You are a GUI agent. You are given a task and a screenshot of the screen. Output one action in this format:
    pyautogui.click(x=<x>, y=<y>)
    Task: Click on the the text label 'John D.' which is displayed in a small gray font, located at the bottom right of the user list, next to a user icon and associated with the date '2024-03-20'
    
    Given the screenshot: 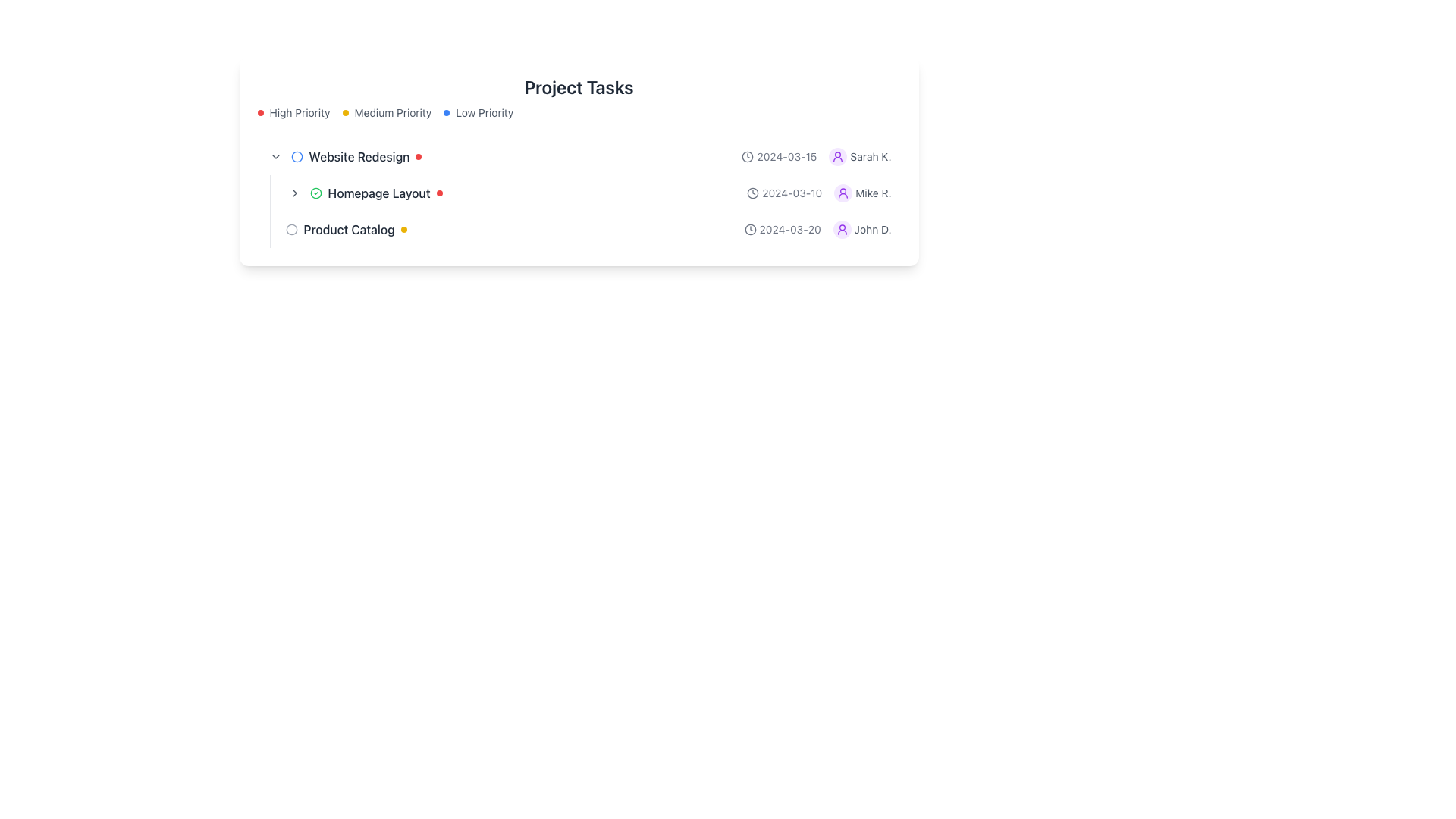 What is the action you would take?
    pyautogui.click(x=873, y=230)
    